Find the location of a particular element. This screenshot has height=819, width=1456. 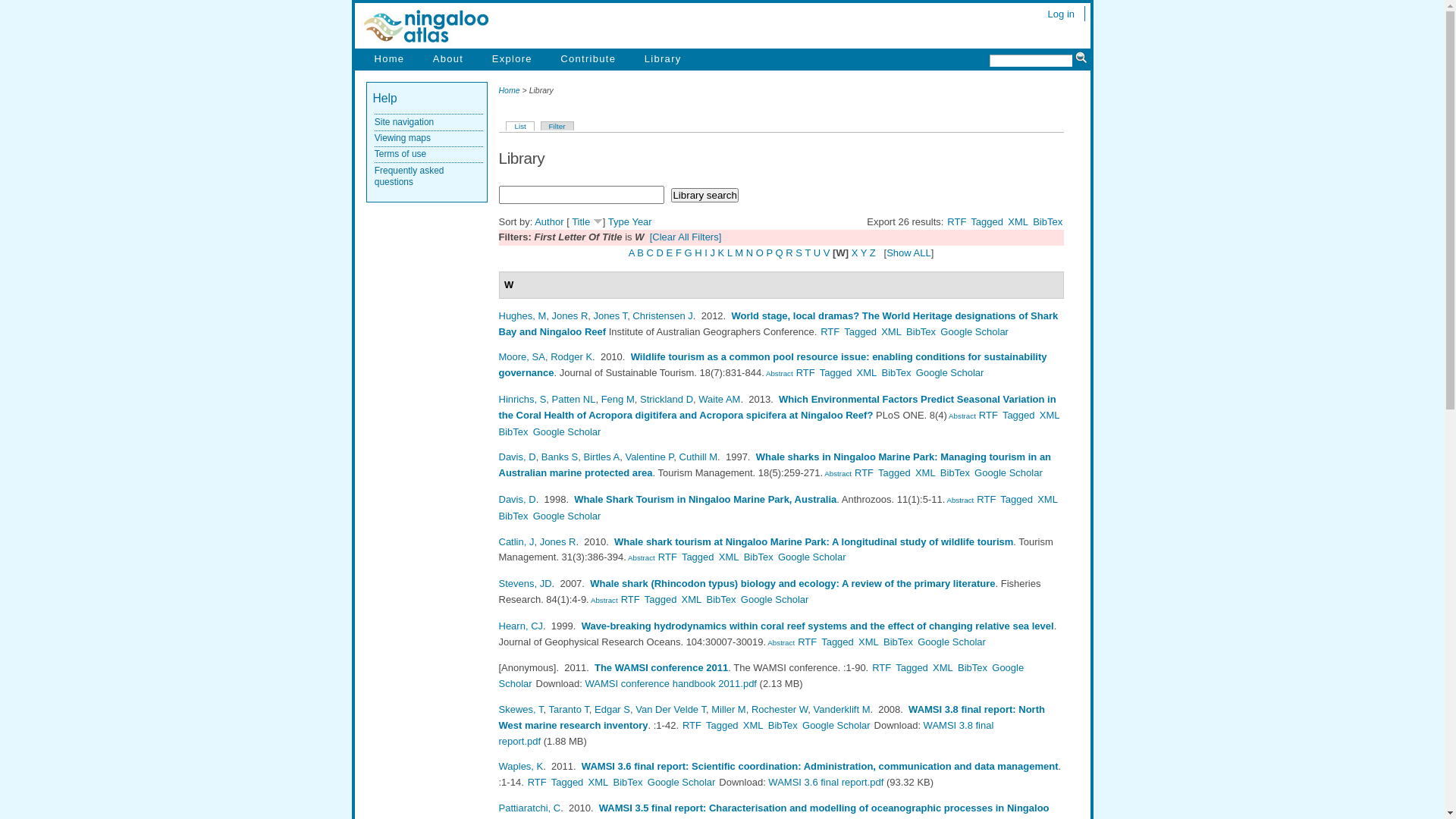

'Christensen J' is located at coordinates (662, 315).